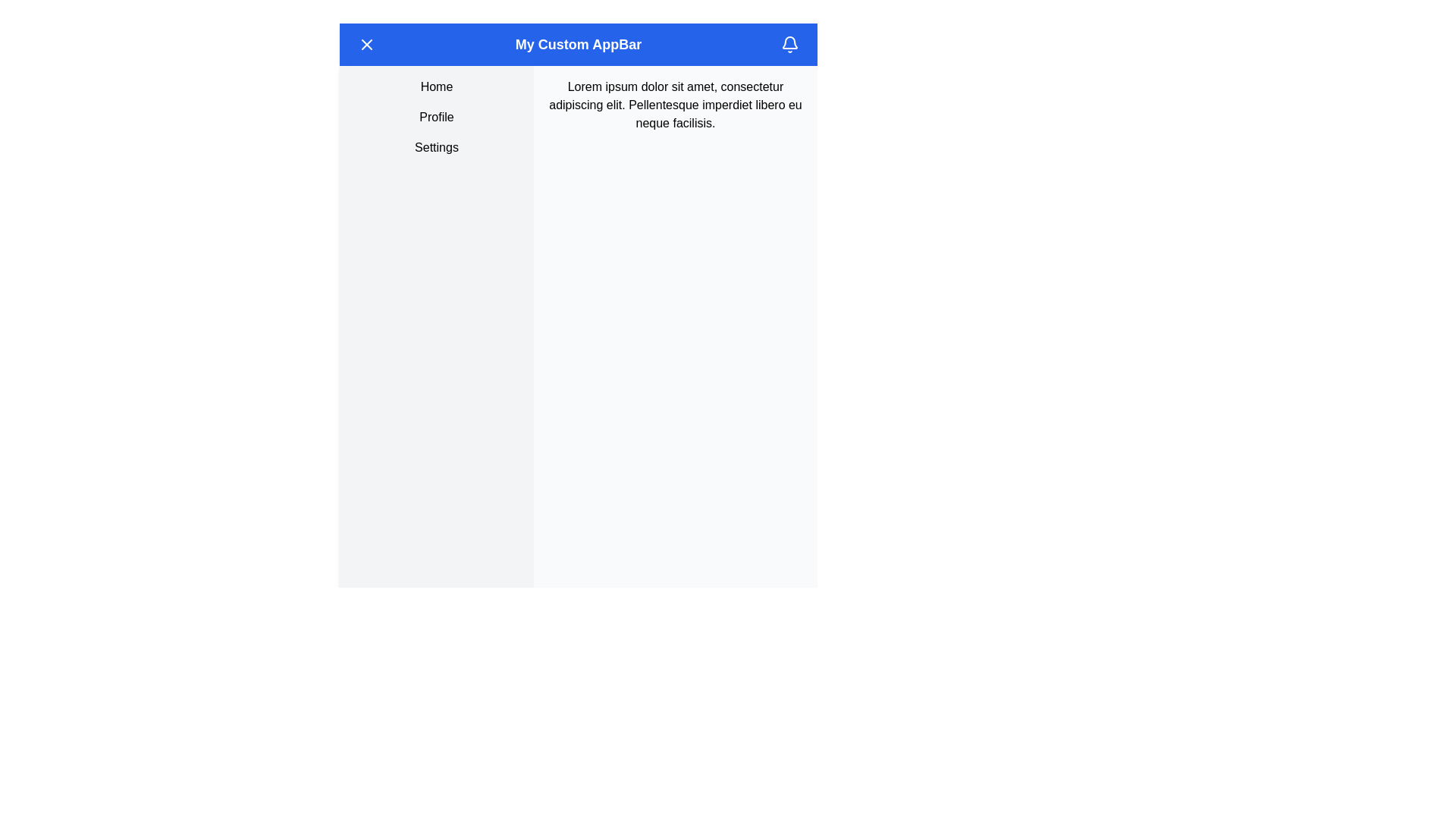 This screenshot has width=1456, height=819. What do you see at coordinates (436, 148) in the screenshot?
I see `the 'Settings' menu item, which is a rectangular button with rounded corners located below the 'Profile' element in the vertical menu` at bounding box center [436, 148].